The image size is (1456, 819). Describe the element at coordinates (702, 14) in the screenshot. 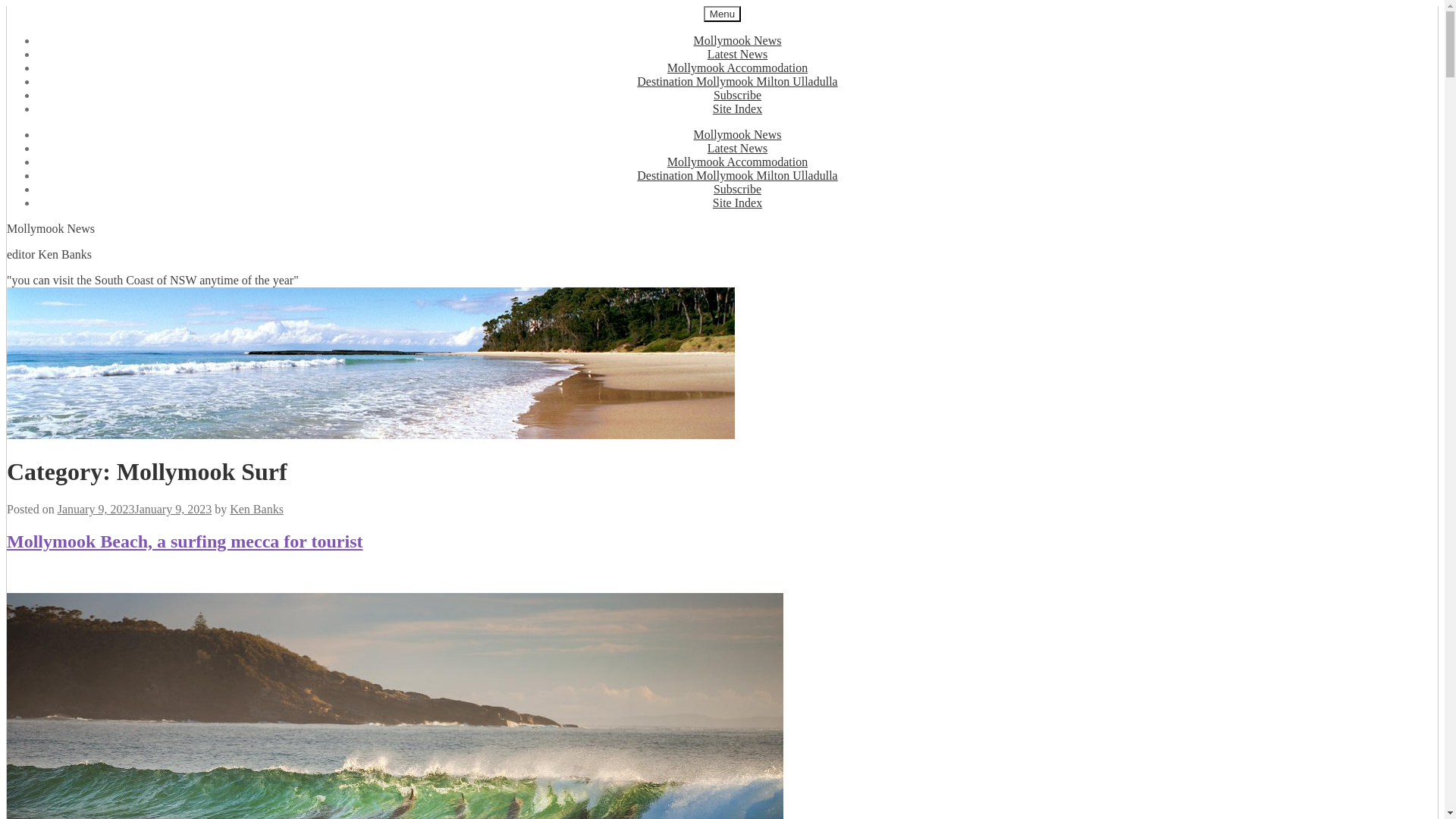

I see `'Menu'` at that location.